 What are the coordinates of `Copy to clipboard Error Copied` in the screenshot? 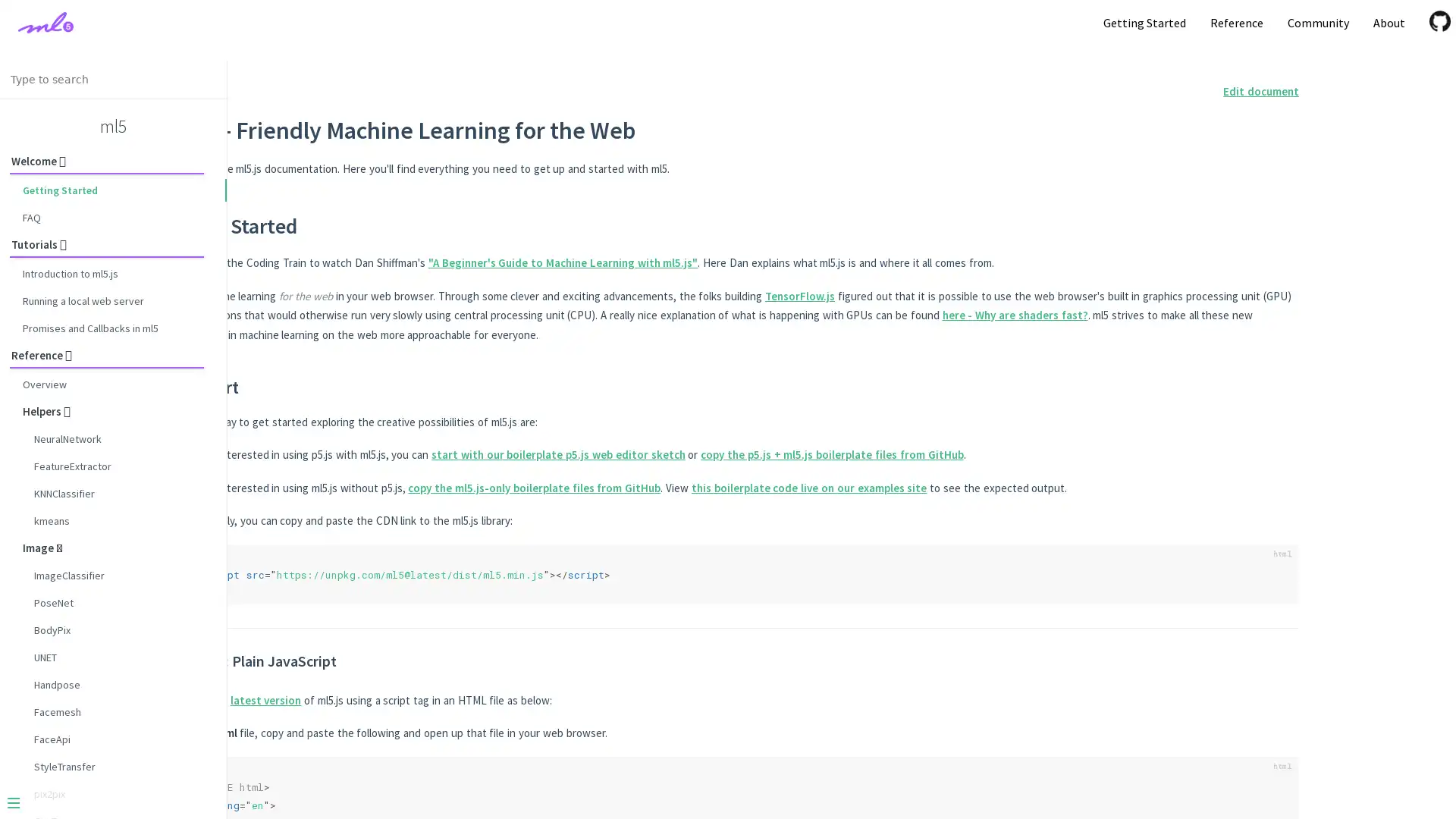 It's located at (1262, 558).